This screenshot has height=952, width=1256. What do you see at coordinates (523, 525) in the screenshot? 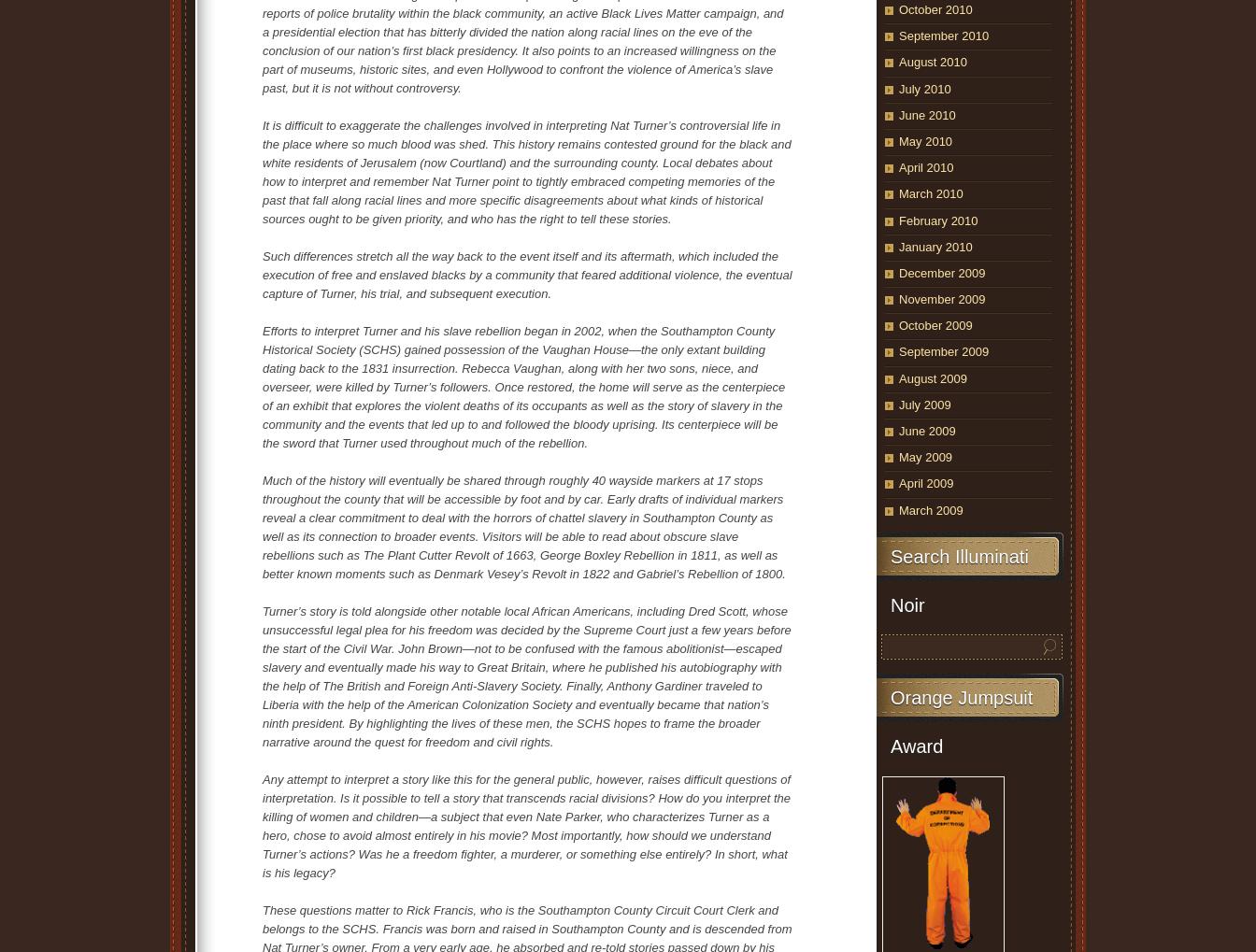
I see `'Much of the history will eventually be shared through roughly 40 wayside markers at 17 stops throughout the county that will be accessible by foot and by car. Early drafts of individual markers reveal a clear commitment to deal with the horrors of chattel slavery in Southampton County as well as its connection to broader events. Visitors will be able to read about obscure slave rebellions such as The Plant Cutter Revolt of 1663, George Boxley Rebellion in 1811, as well as better known moments such as Denmark Vesey’s Revolt in 1822 and Gabriel’s Rebellion of 1800.'` at bounding box center [523, 525].